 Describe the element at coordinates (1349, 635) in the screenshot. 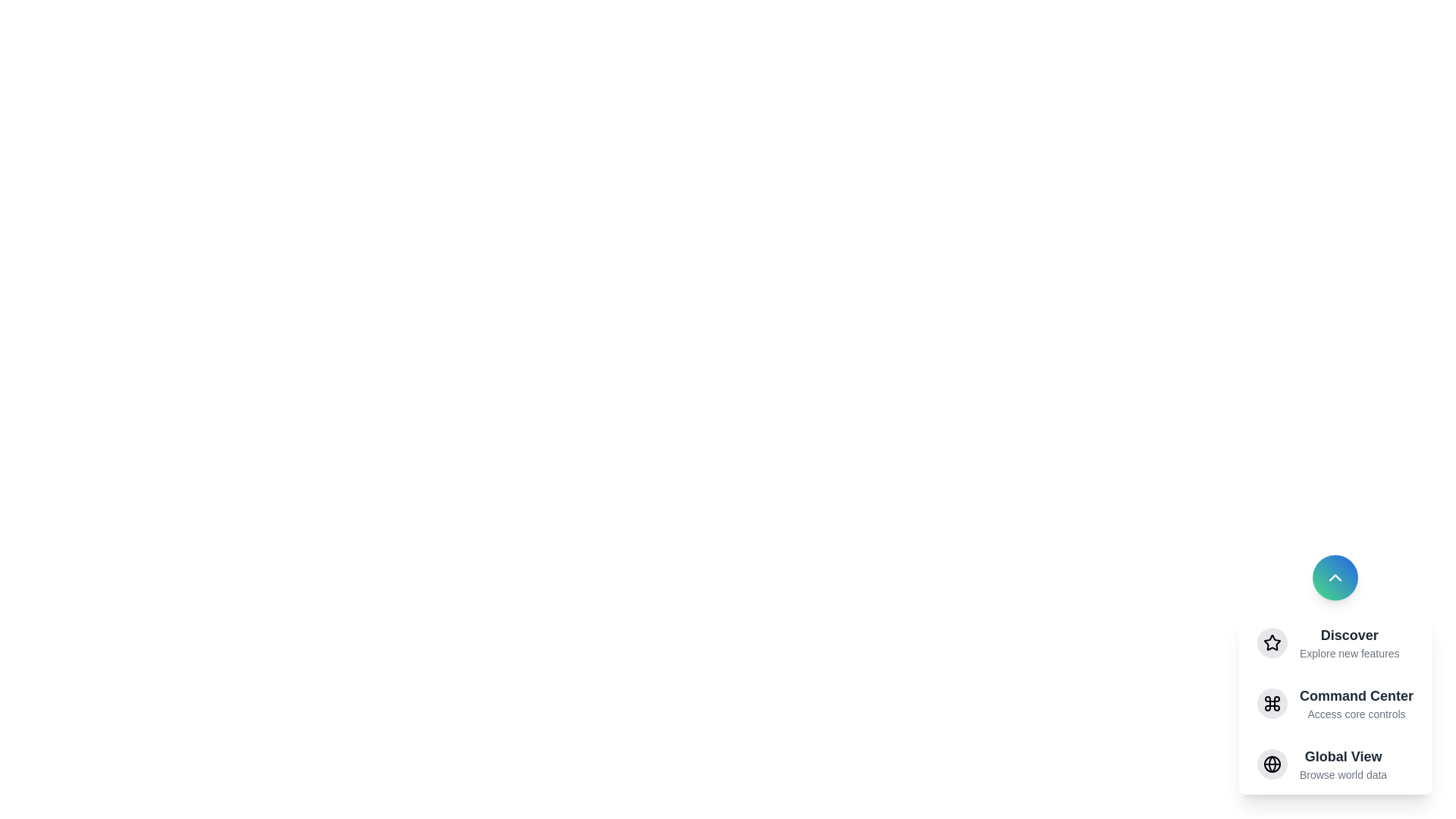

I see `the 'Discover' menu item to trigger its action` at that location.